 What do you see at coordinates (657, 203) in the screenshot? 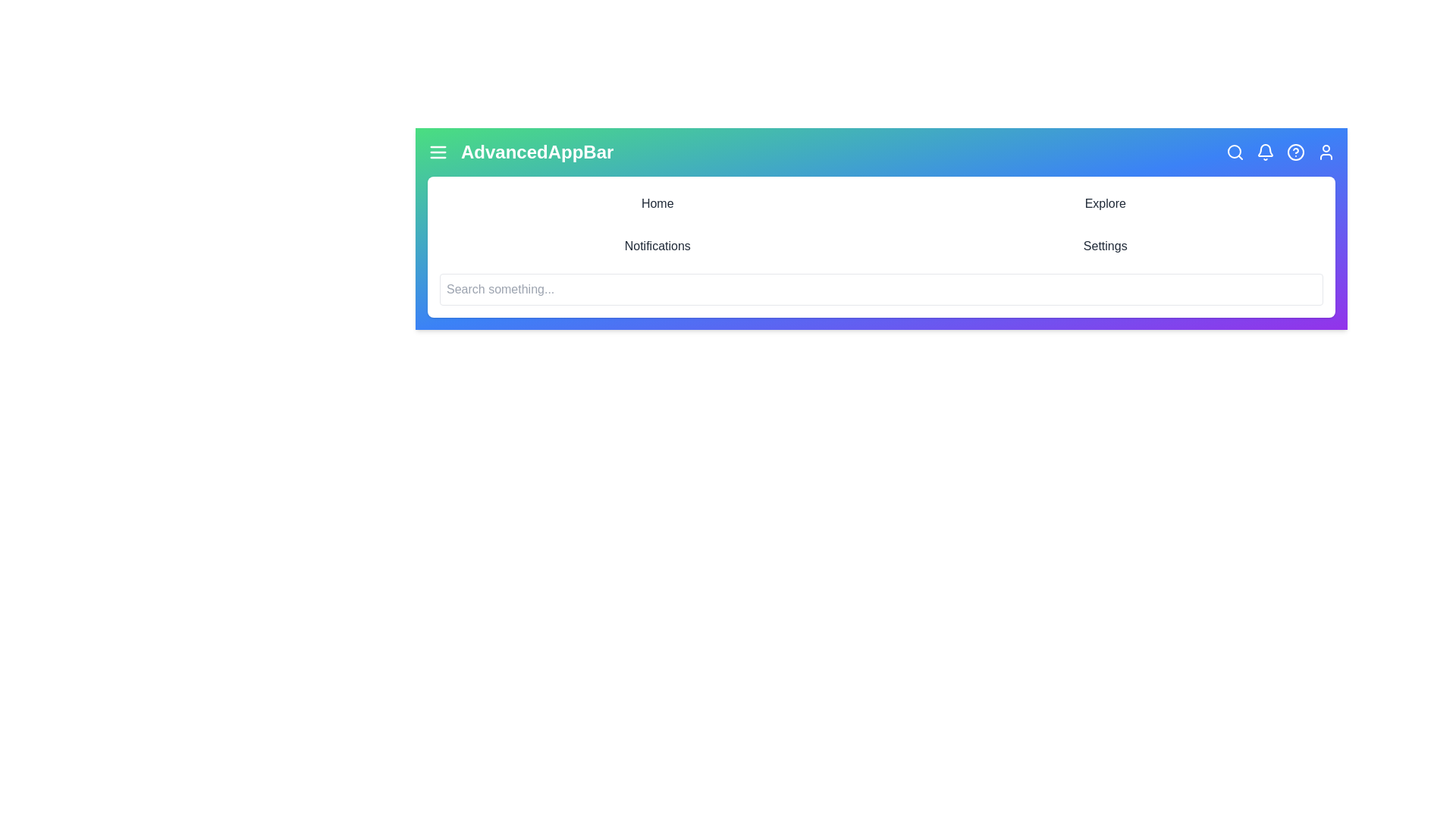
I see `the menu item Home to navigate to the corresponding section` at bounding box center [657, 203].